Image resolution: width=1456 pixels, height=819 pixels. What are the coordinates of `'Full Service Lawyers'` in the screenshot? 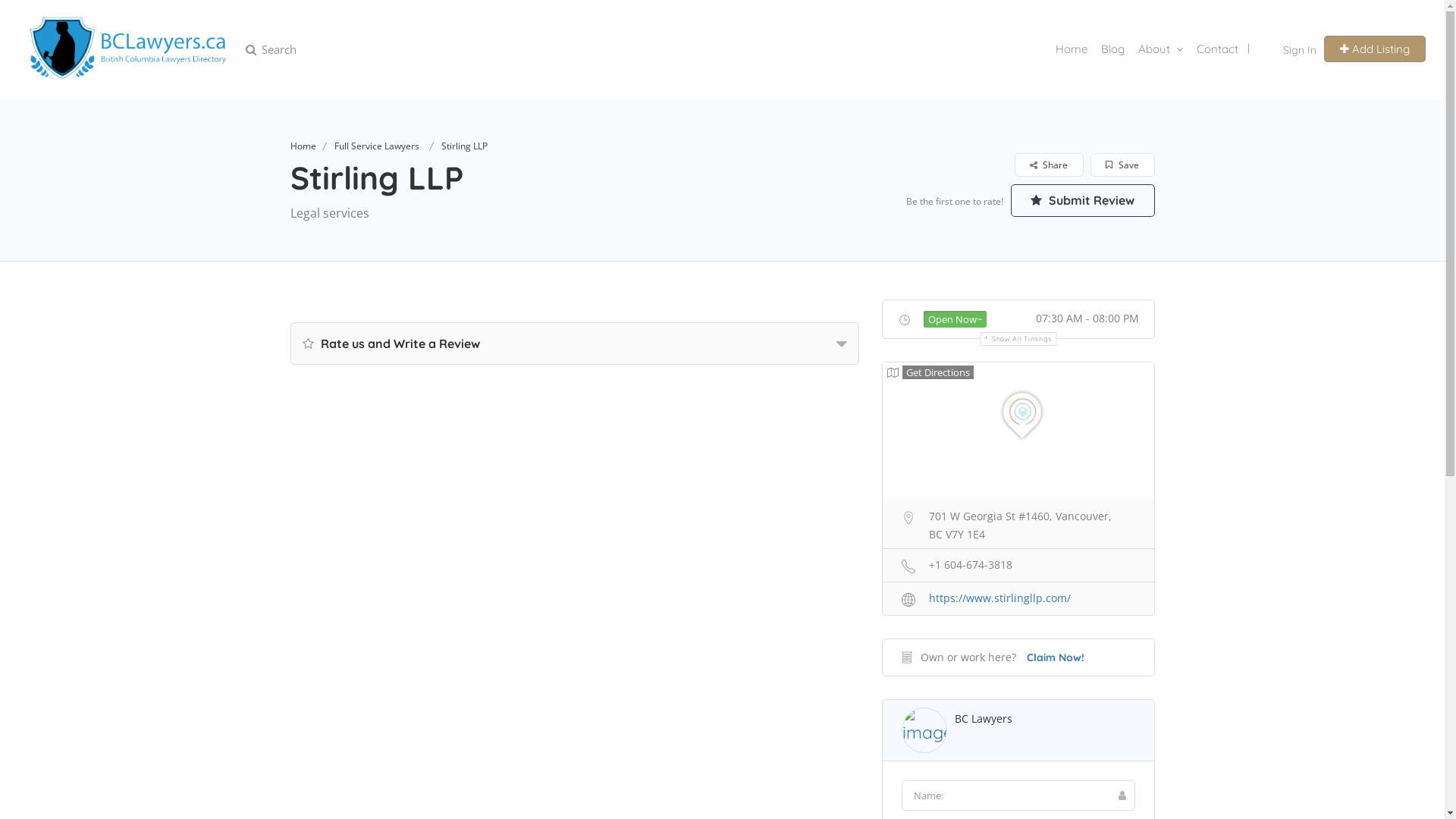 It's located at (375, 146).